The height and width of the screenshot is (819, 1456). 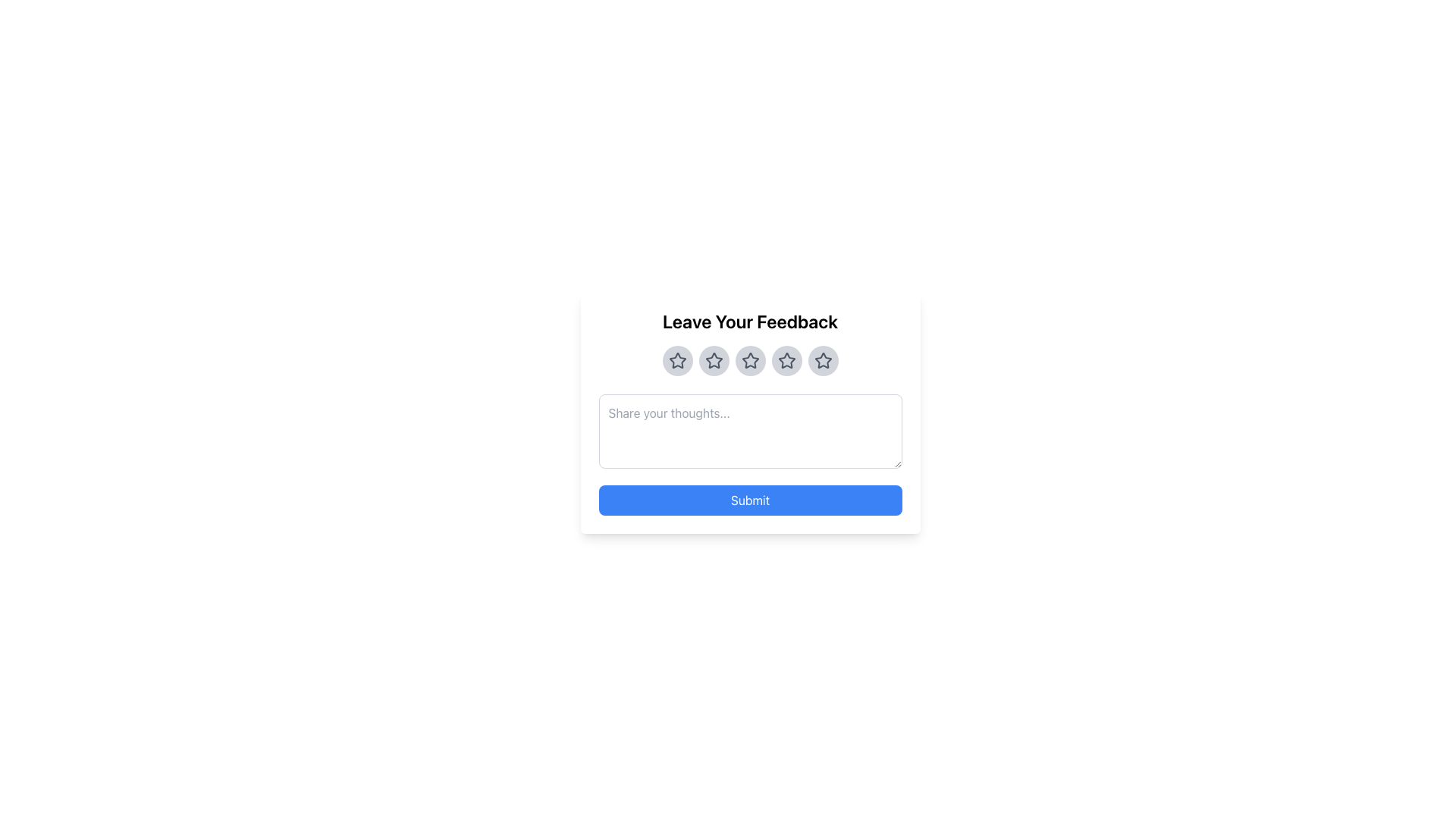 What do you see at coordinates (822, 360) in the screenshot?
I see `the fifth star icon in the rating system` at bounding box center [822, 360].